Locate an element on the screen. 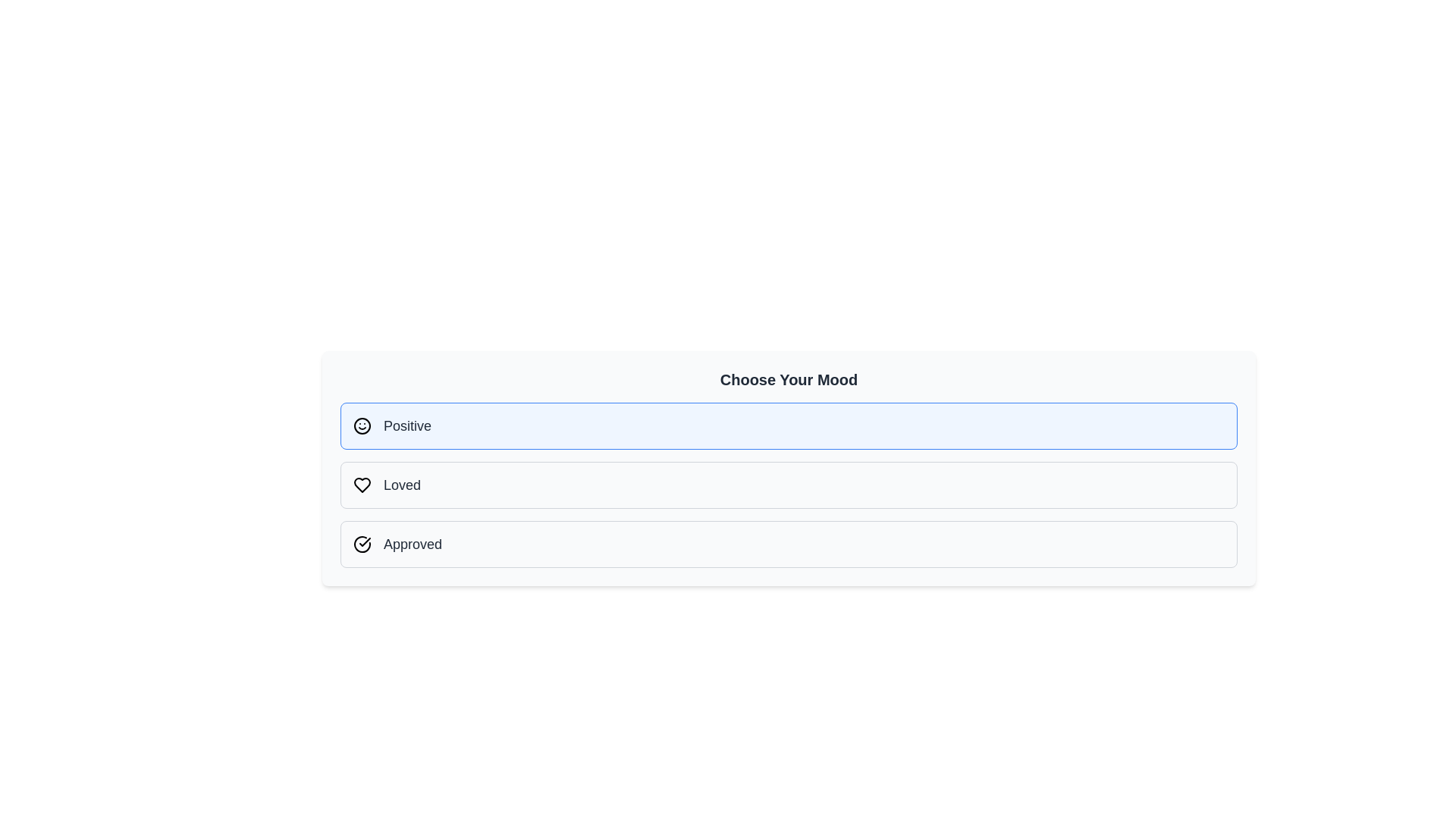 The width and height of the screenshot is (1456, 819). the circular smiling face icon located to the left of the 'Positive' button in the mood selection interface is located at coordinates (362, 426).